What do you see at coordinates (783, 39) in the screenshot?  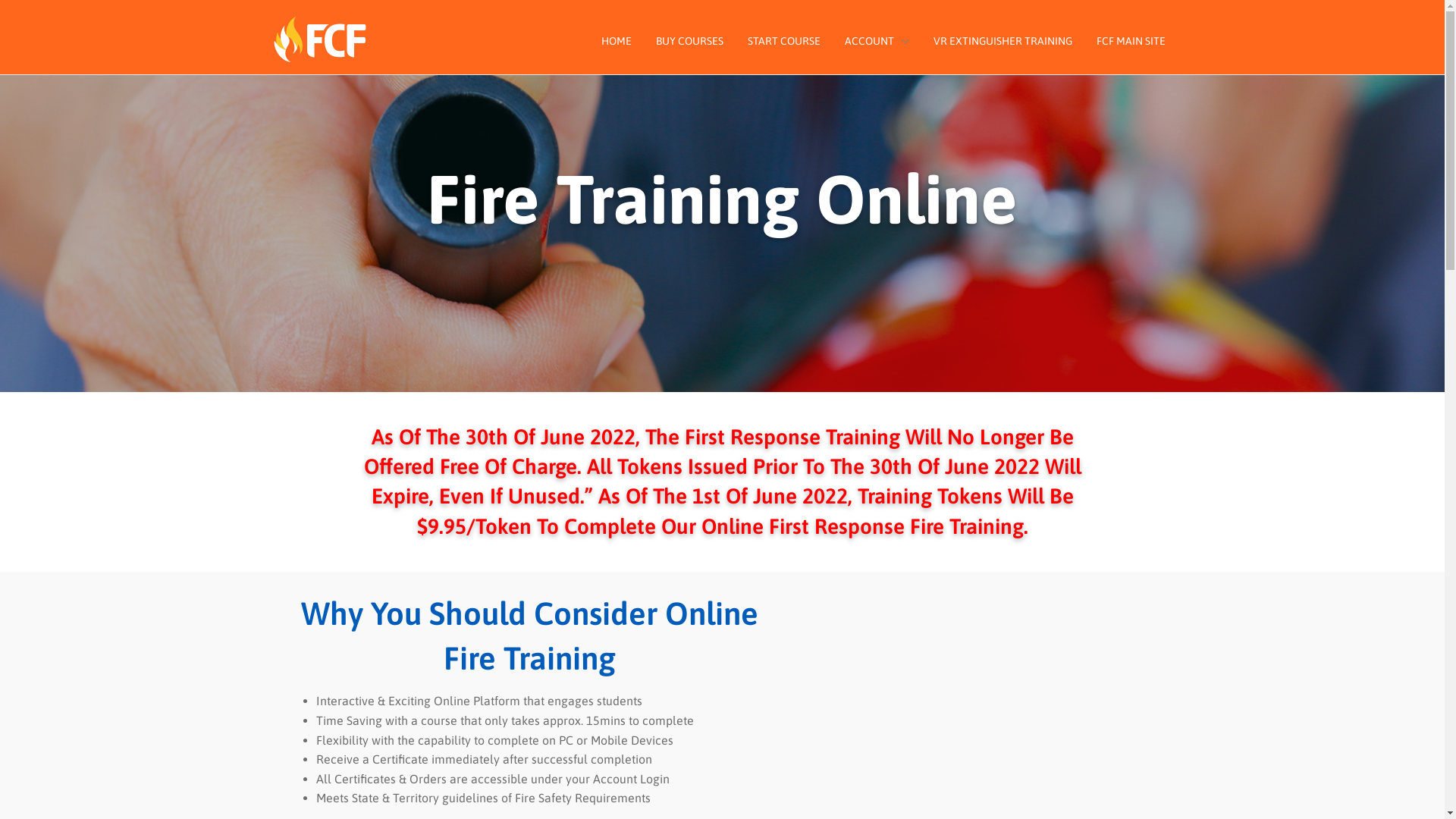 I see `'START COURSE'` at bounding box center [783, 39].